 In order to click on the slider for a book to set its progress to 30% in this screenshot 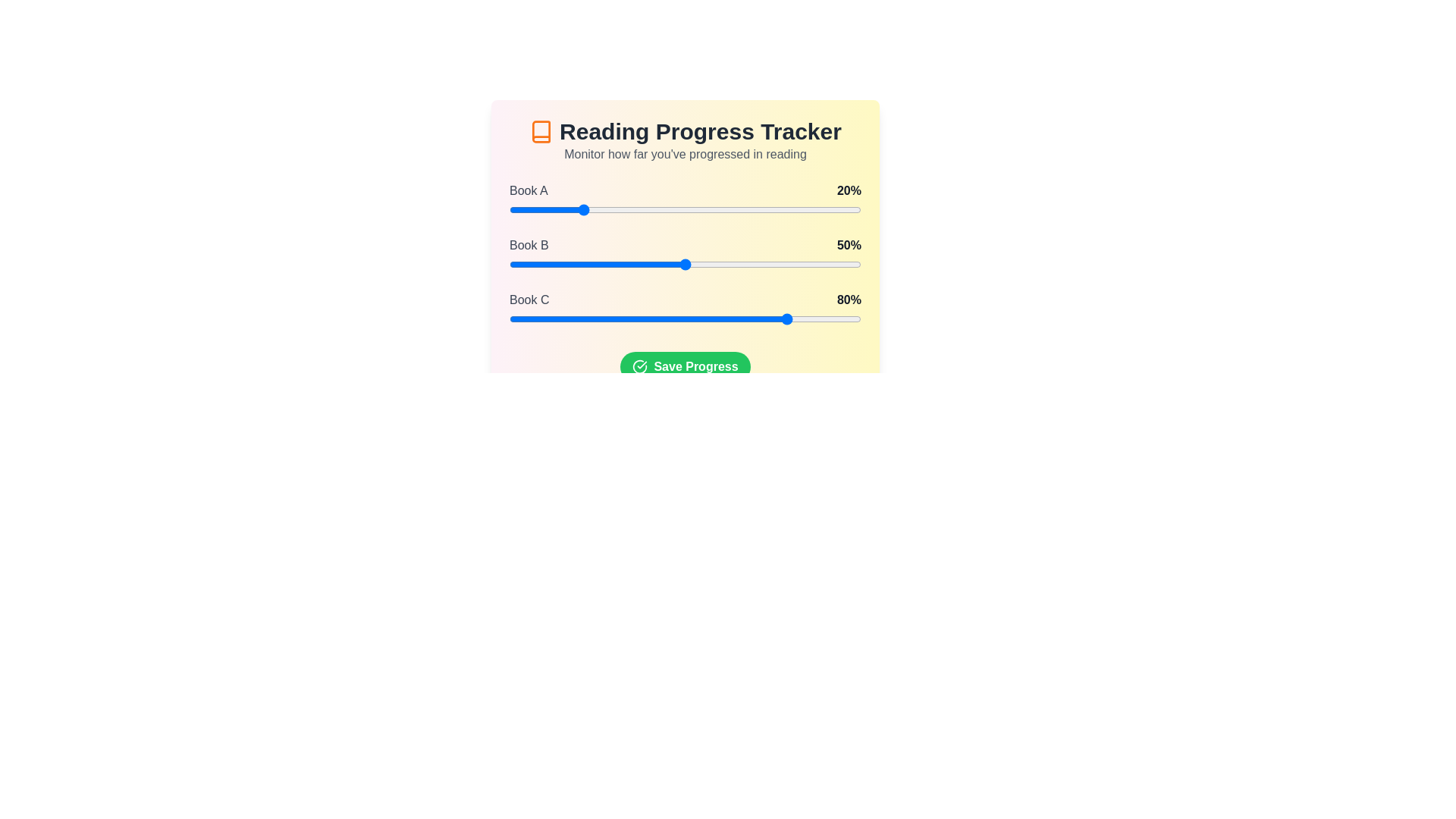, I will do `click(615, 210)`.